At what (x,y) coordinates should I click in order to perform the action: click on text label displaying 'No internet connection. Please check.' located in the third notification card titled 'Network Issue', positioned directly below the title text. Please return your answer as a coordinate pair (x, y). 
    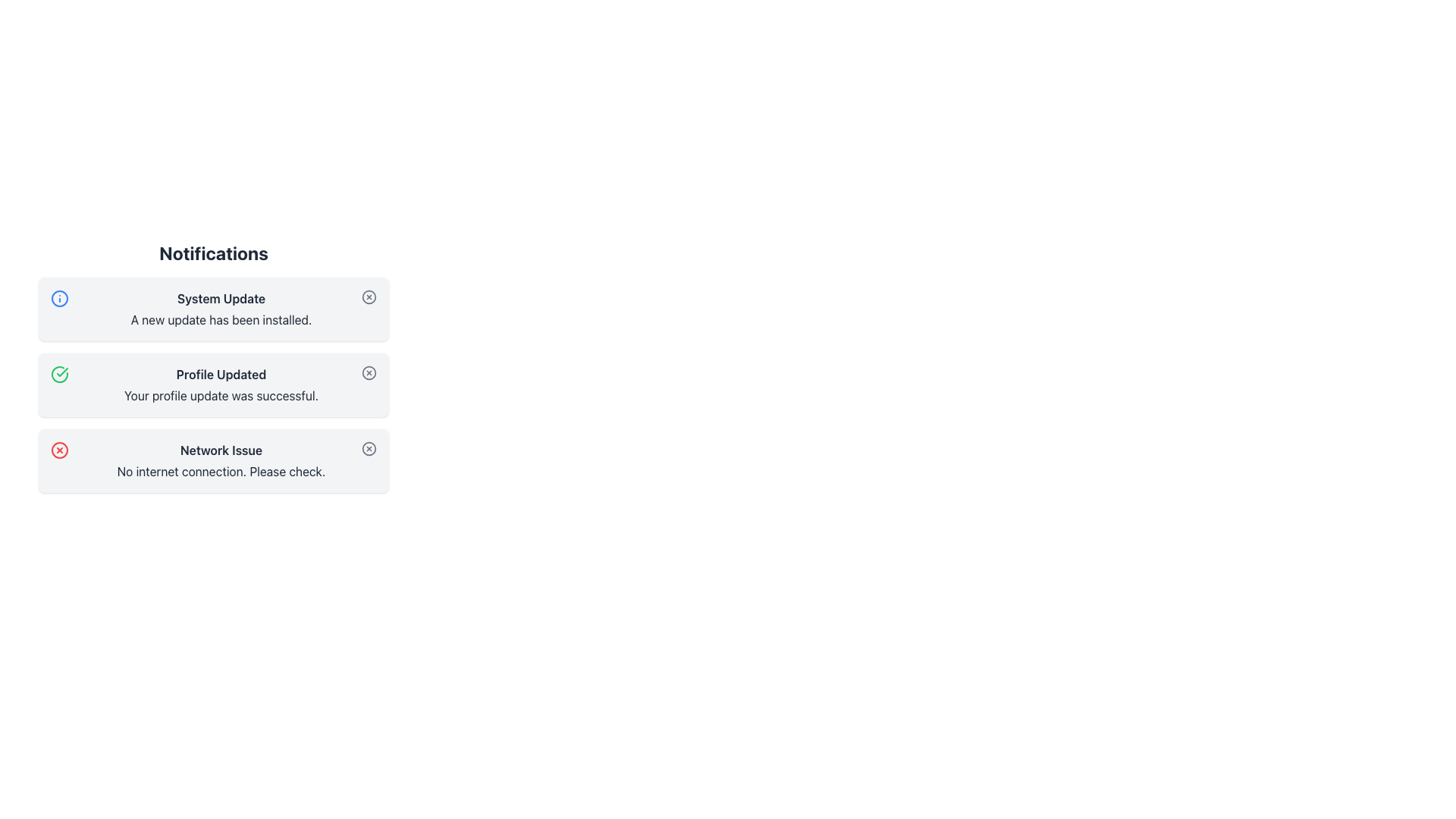
    Looking at the image, I should click on (221, 470).